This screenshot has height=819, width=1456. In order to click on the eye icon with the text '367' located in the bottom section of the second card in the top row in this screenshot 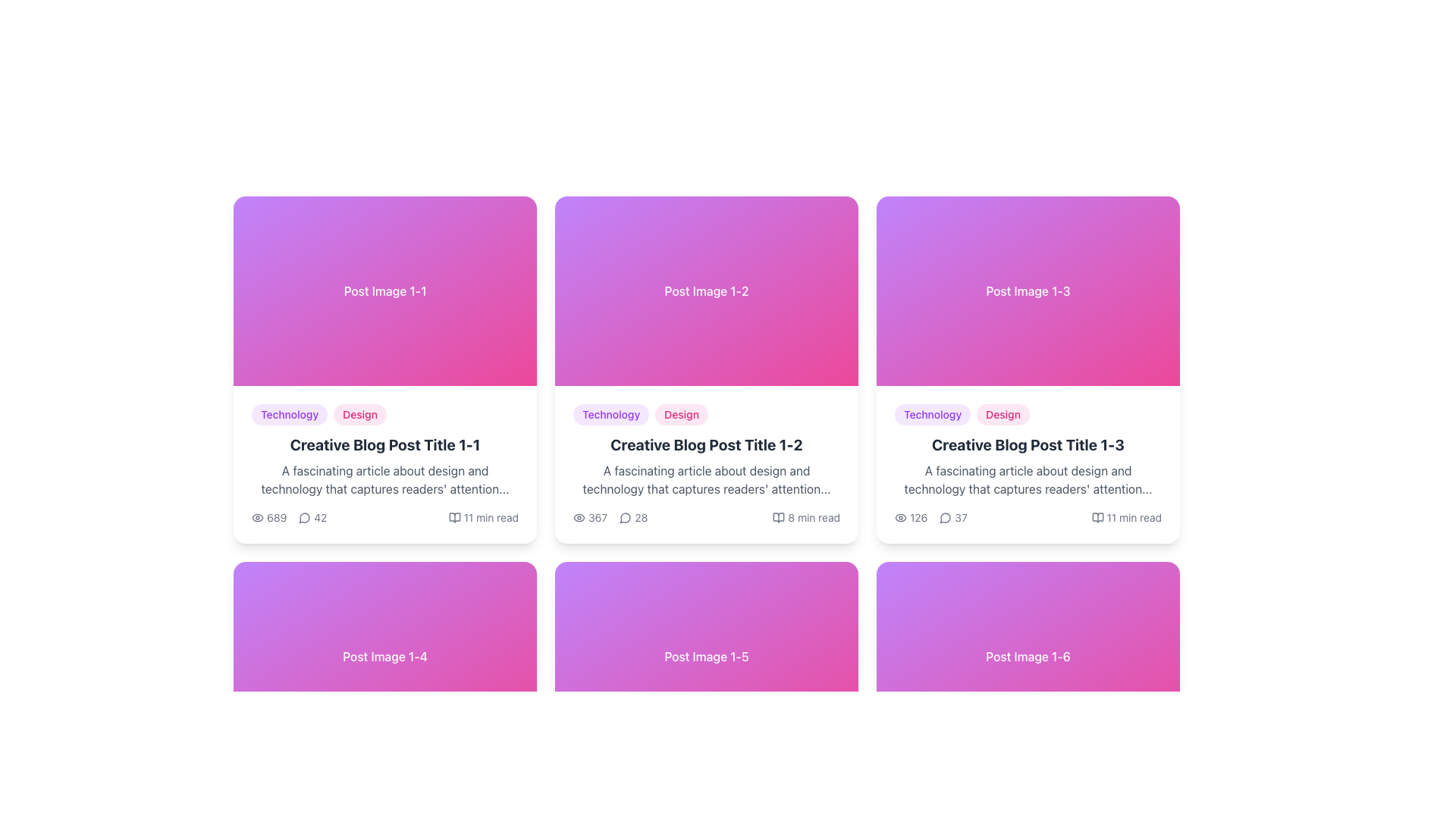, I will do `click(589, 516)`.